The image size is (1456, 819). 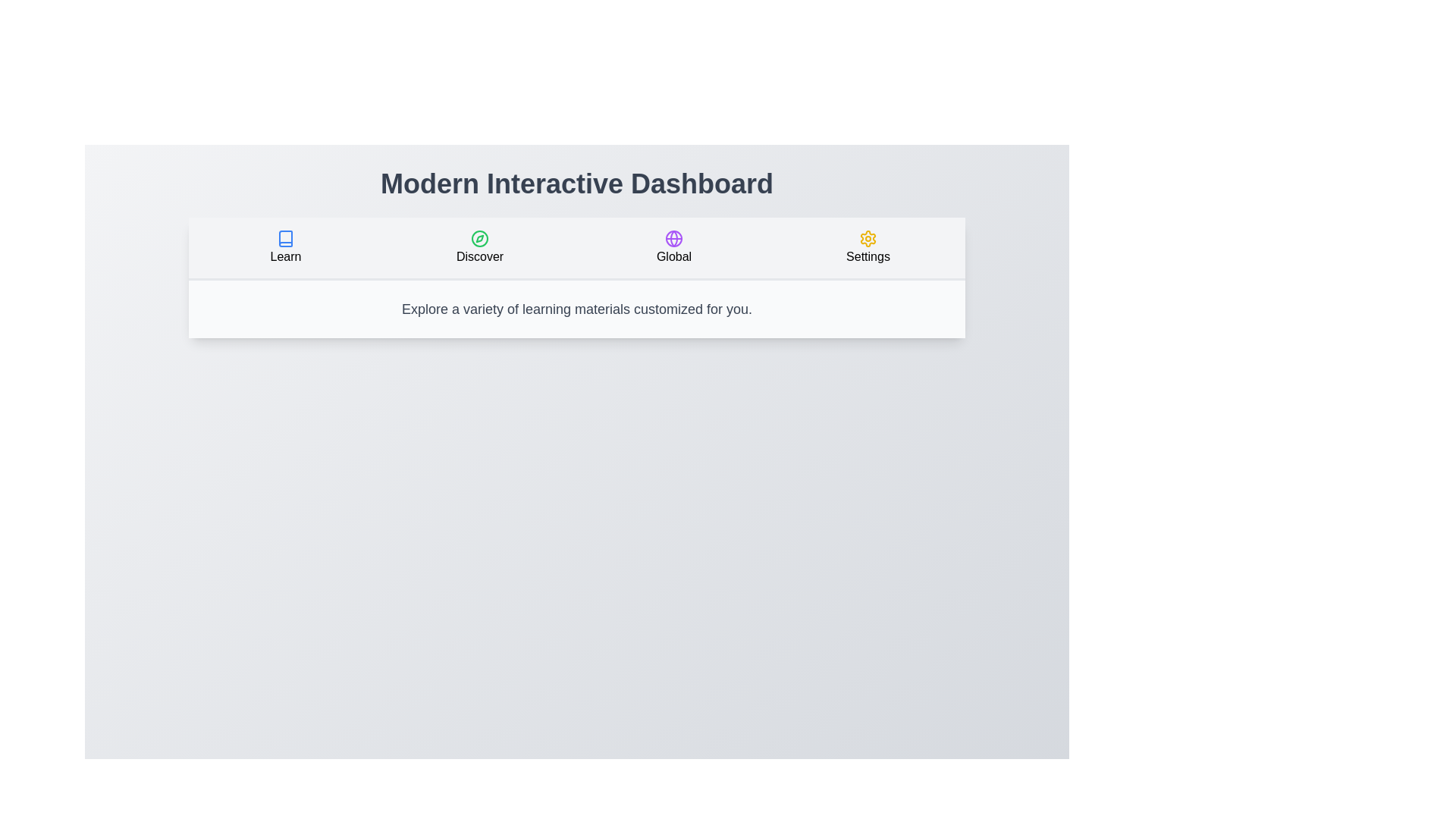 What do you see at coordinates (286, 247) in the screenshot?
I see `the 'Learn' navigation menu item located in the top-left corner of the menu bar` at bounding box center [286, 247].